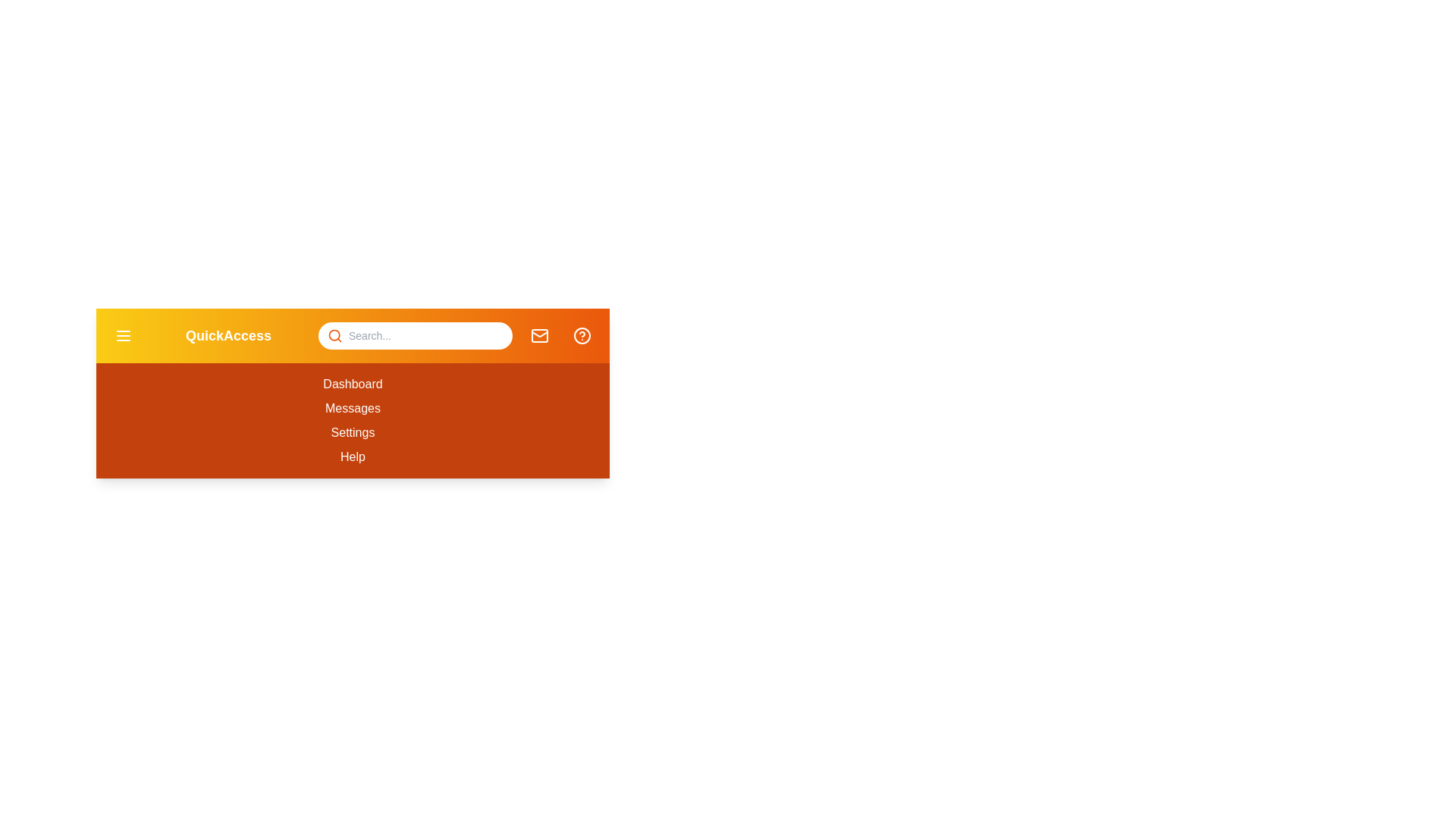 Image resolution: width=1456 pixels, height=819 pixels. What do you see at coordinates (352, 456) in the screenshot?
I see `the 'Help' text label which is the last menu item in a vertical stack, to activate the underline effect` at bounding box center [352, 456].